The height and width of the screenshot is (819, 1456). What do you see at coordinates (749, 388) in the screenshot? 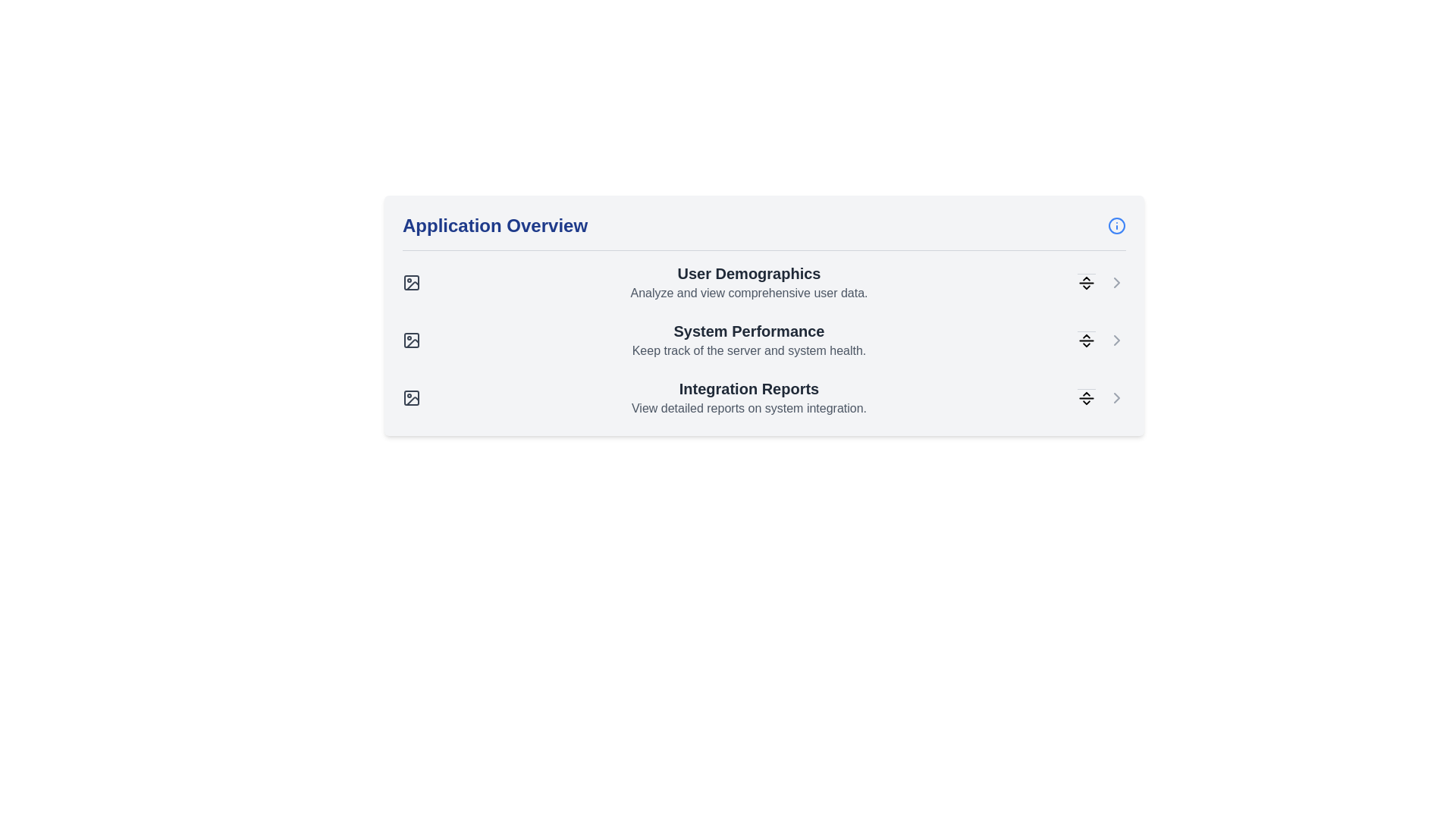
I see `the 'Integration Reports' header text, which is a bold and larger font label in dark grayscale color, located in the third row of the 'Application Overview' section` at bounding box center [749, 388].